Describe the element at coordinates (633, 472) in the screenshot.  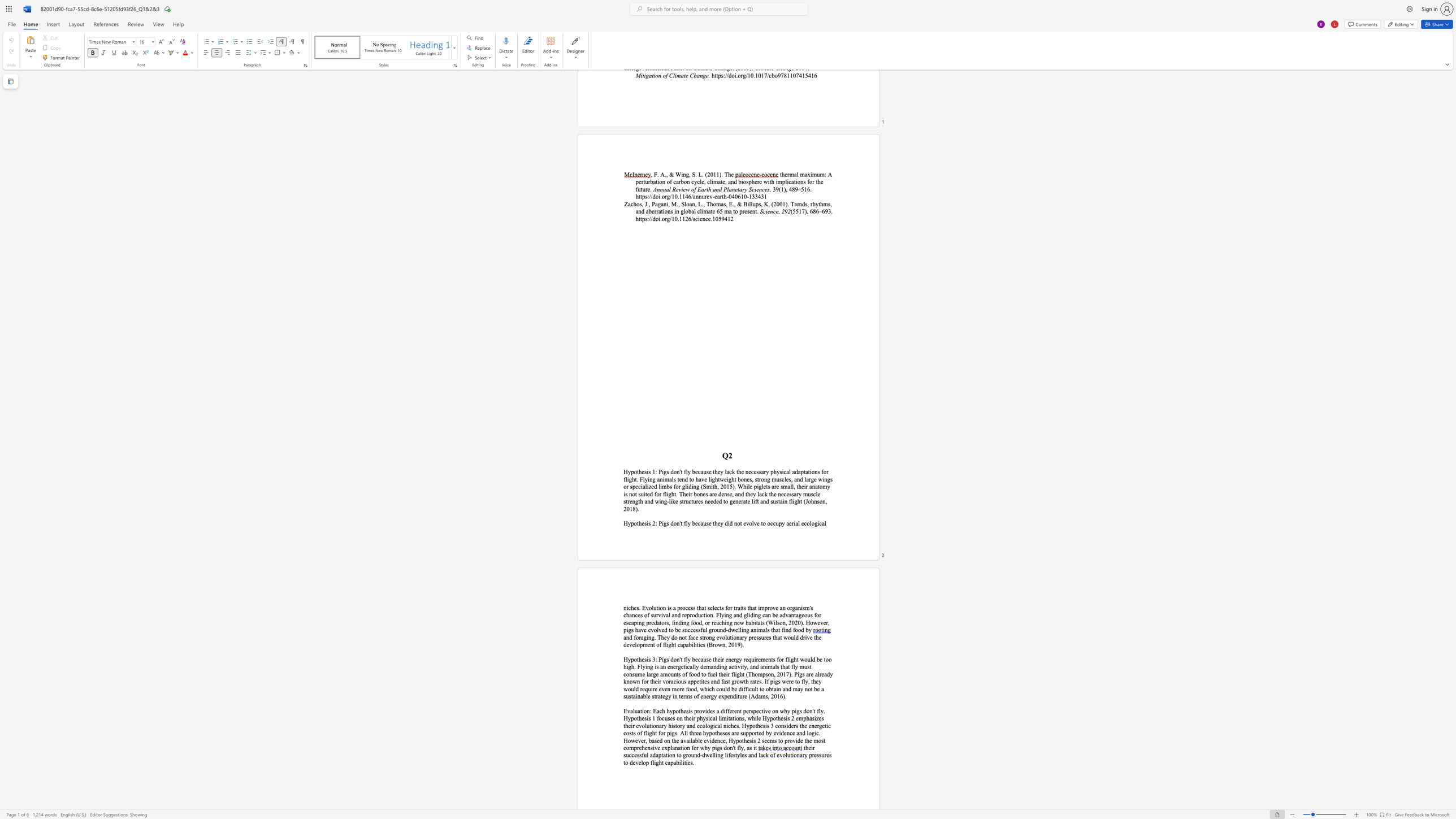
I see `the subset text "othesi" within the text "Hypothesis 1: Pigs"` at that location.